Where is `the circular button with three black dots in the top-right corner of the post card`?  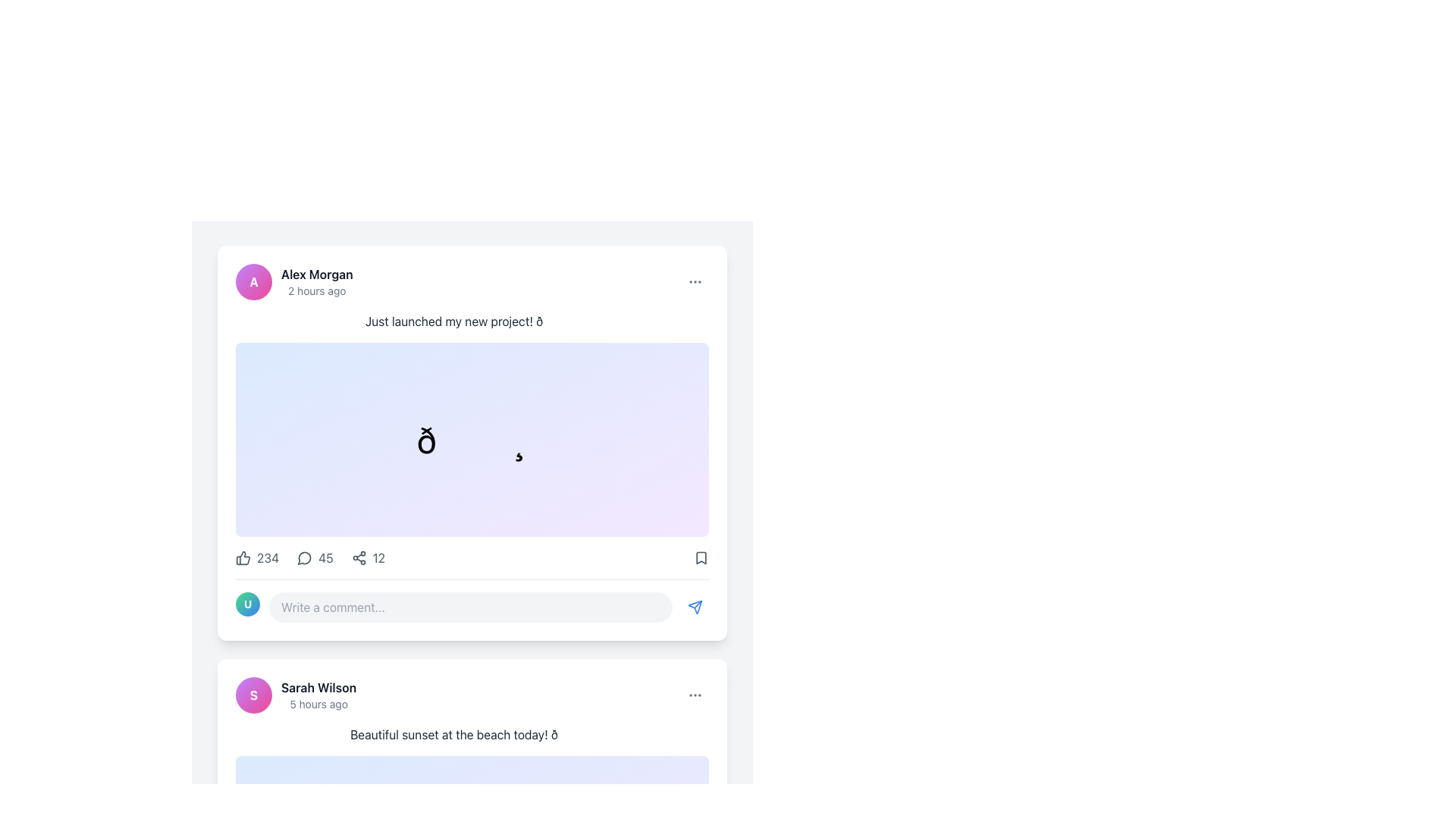
the circular button with three black dots in the top-right corner of the post card is located at coordinates (694, 281).